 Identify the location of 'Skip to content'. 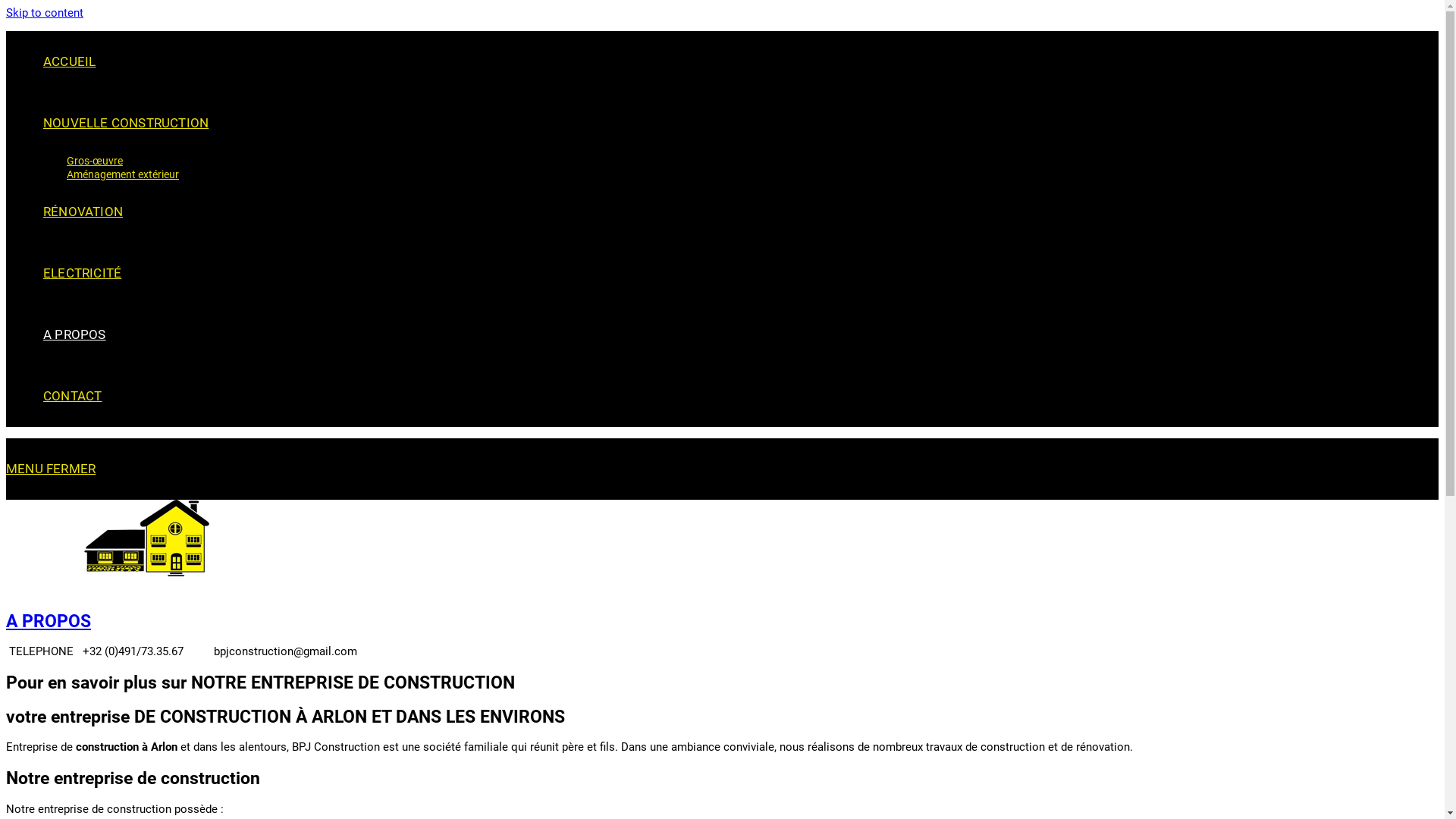
(44, 12).